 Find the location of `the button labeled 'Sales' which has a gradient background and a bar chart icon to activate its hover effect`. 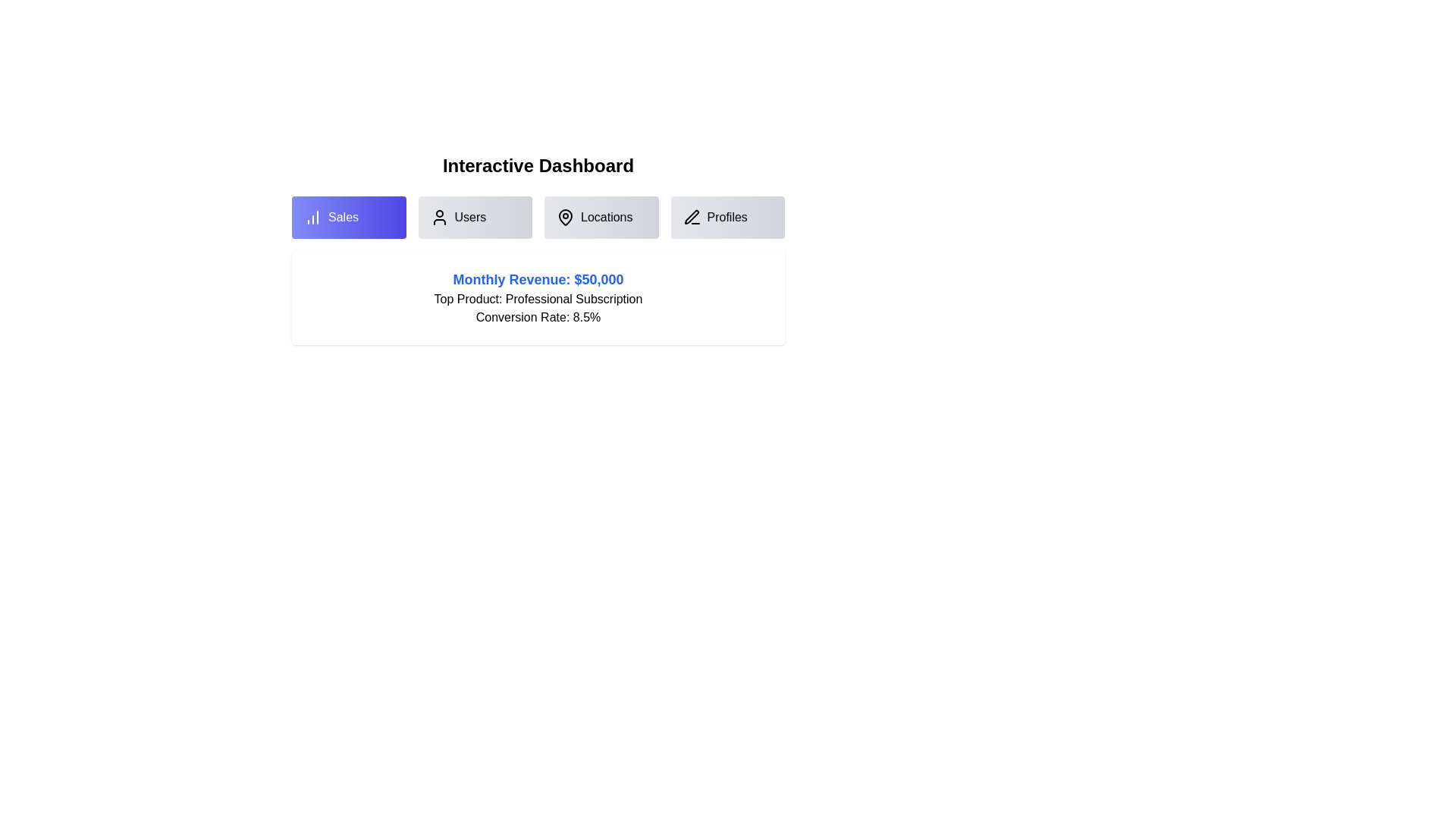

the button labeled 'Sales' which has a gradient background and a bar chart icon to activate its hover effect is located at coordinates (348, 217).